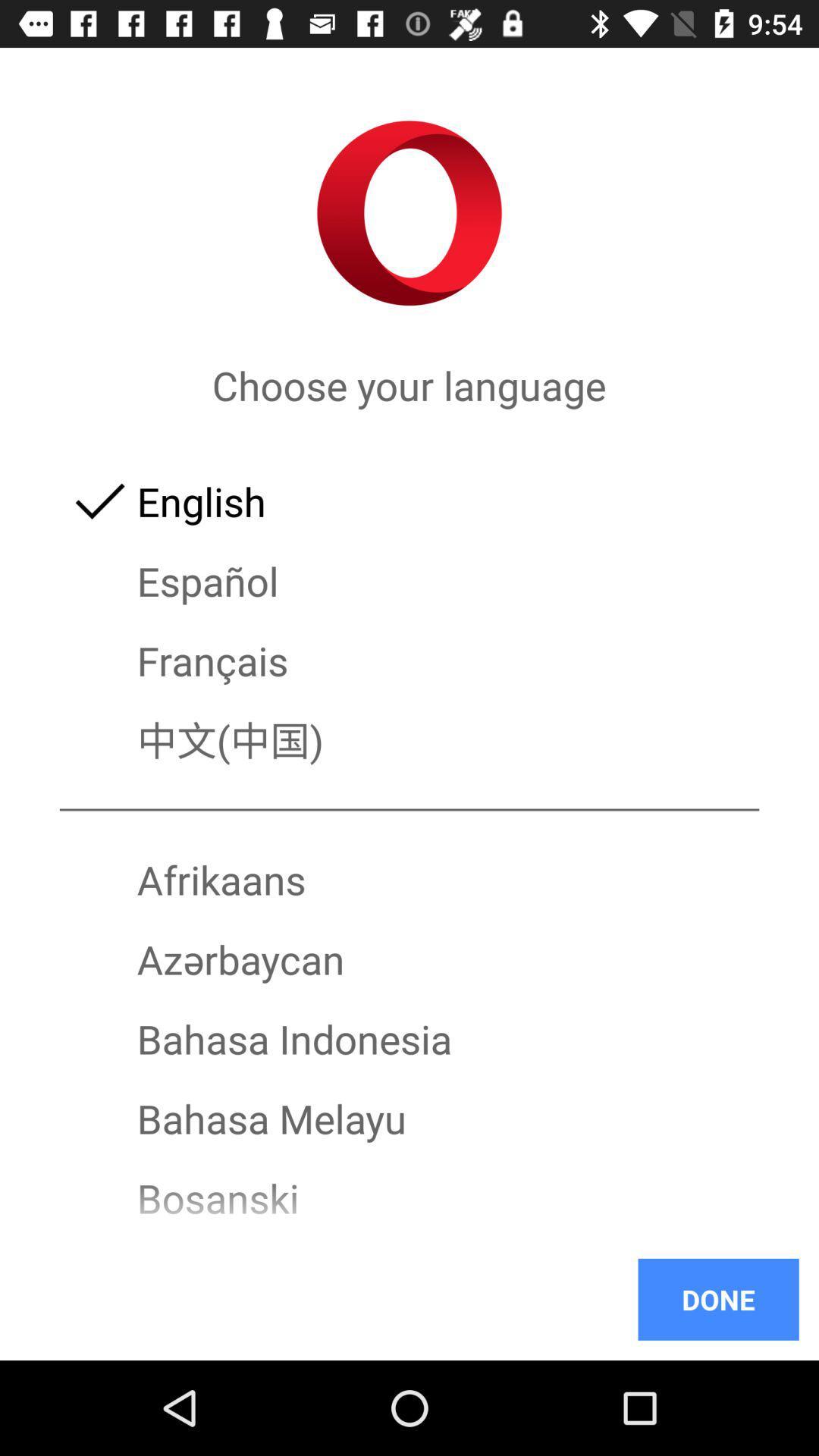 This screenshot has width=819, height=1456. What do you see at coordinates (717, 1298) in the screenshot?
I see `the done item` at bounding box center [717, 1298].